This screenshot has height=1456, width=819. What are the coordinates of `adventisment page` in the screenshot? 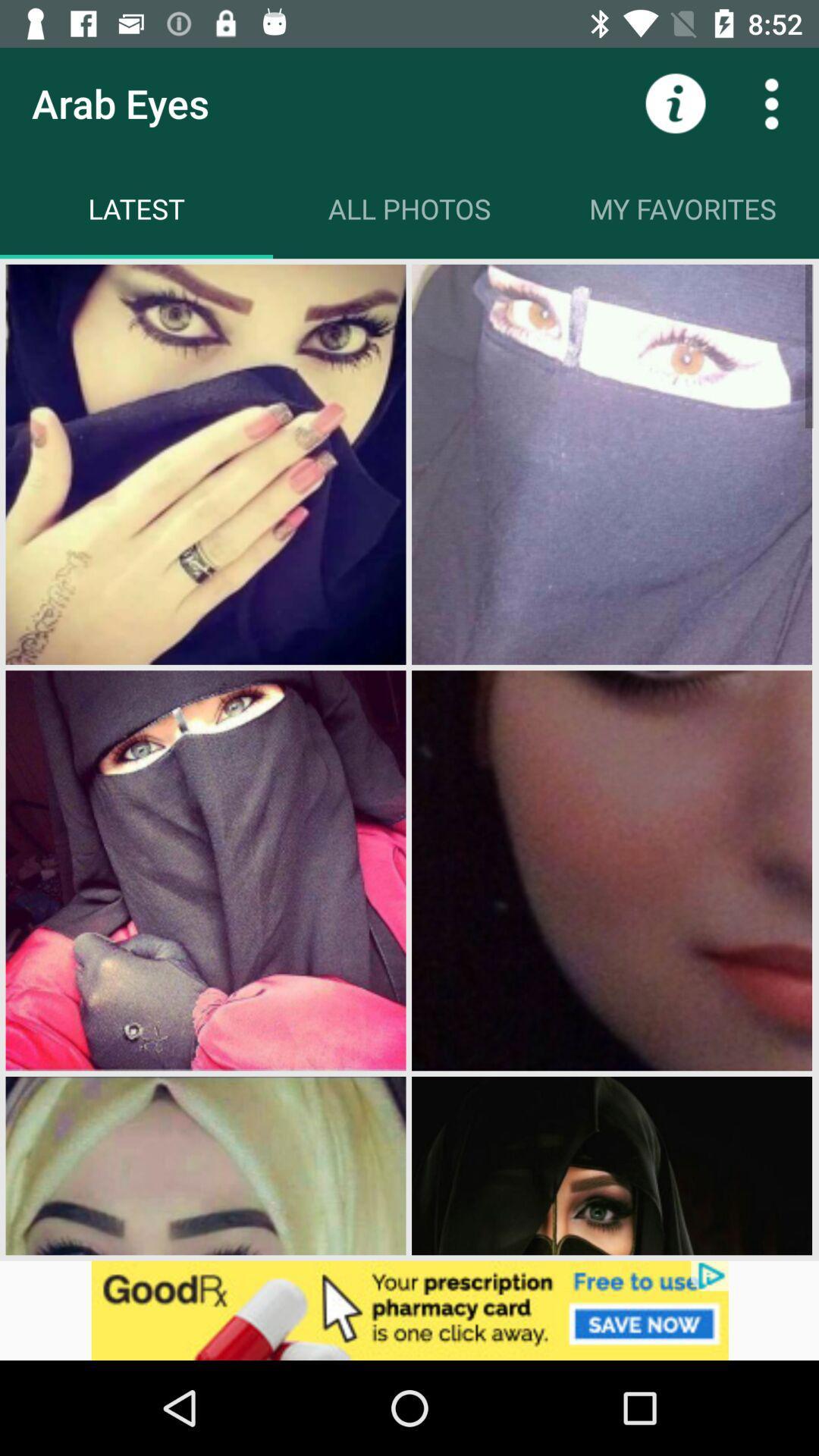 It's located at (409, 1310).